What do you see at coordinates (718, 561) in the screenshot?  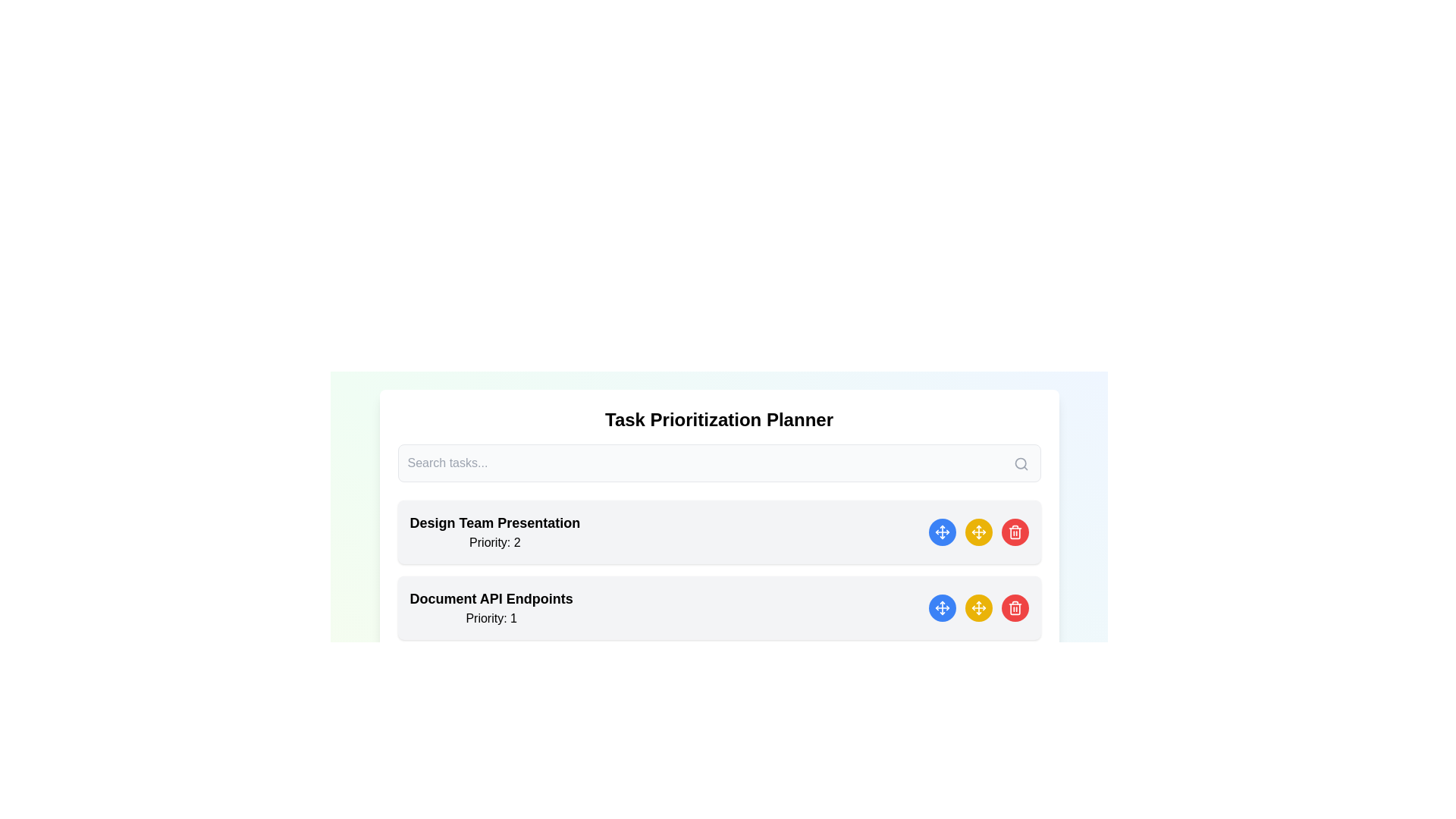 I see `the priority indicators located within the white card that contains a list of tasks, which is situated below the search bar and above additional interface components in the Task Prioritization Planner` at bounding box center [718, 561].